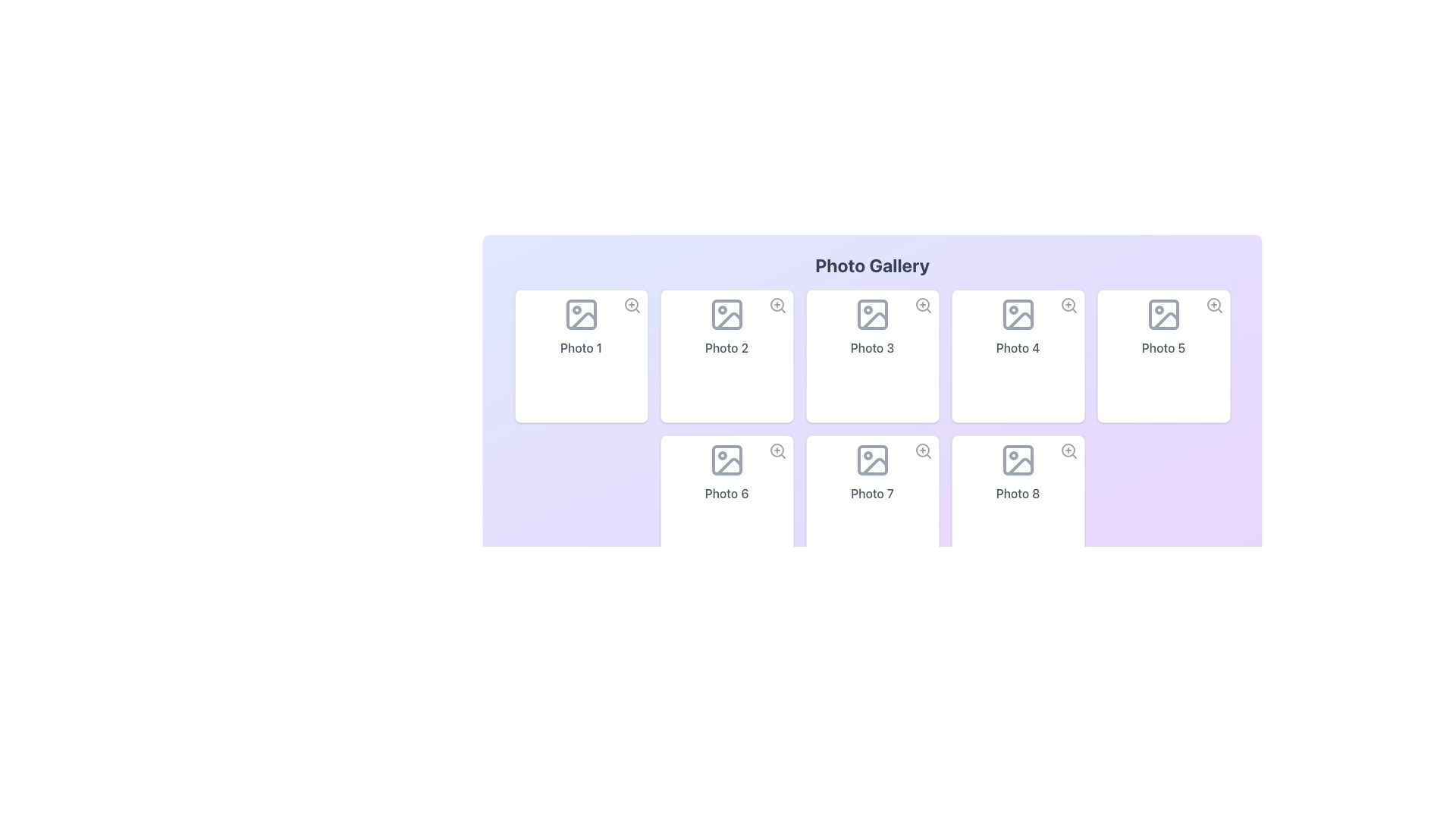 The image size is (1456, 819). What do you see at coordinates (631, 304) in the screenshot?
I see `the circular lens of the magnifying glass icon in the top-left corner of the photo gallery grid, which is part of the thumbnail labeled 'Photo 1'` at bounding box center [631, 304].